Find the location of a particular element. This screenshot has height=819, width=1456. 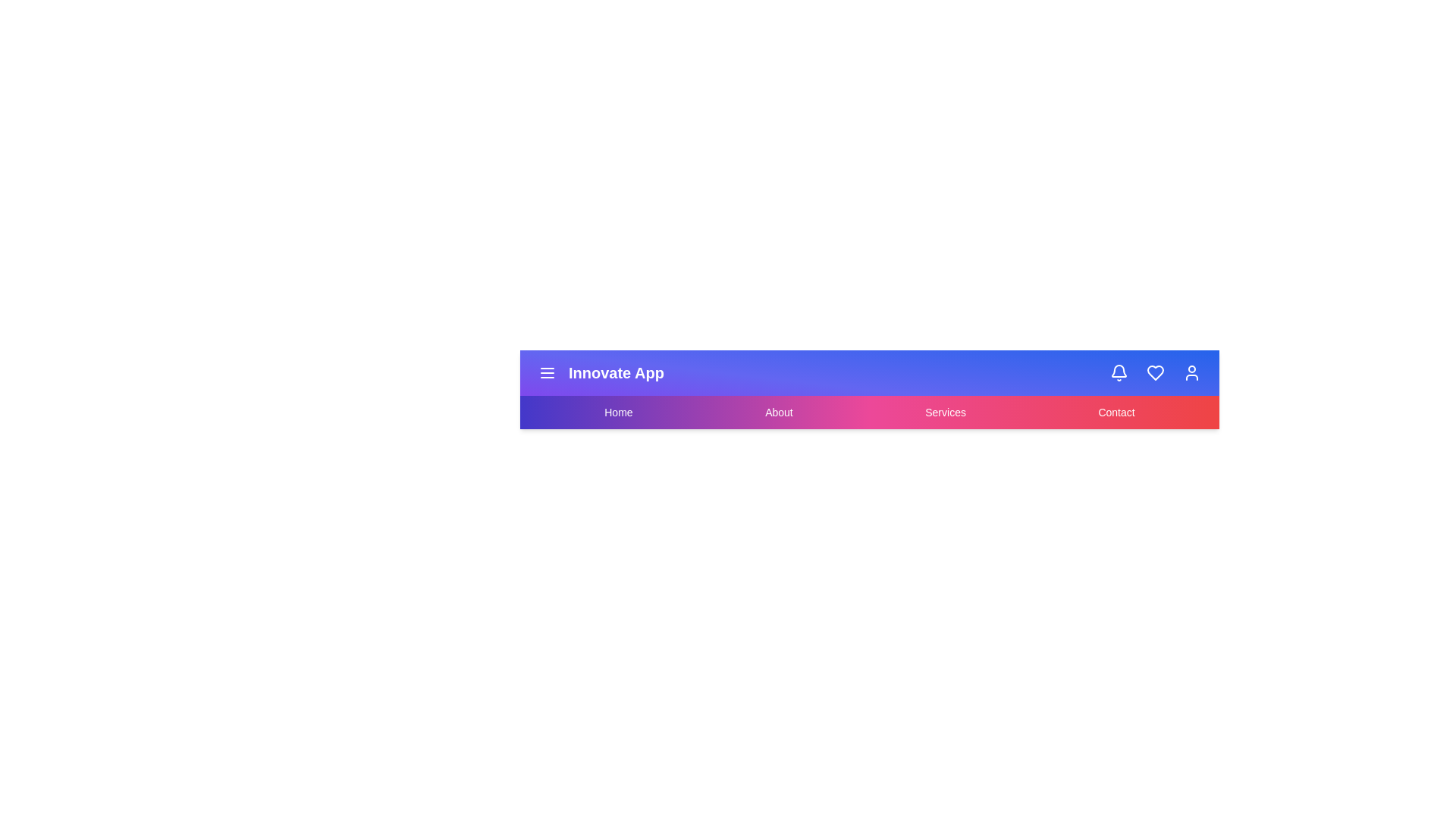

the bell icon located in the app bar is located at coordinates (1119, 373).